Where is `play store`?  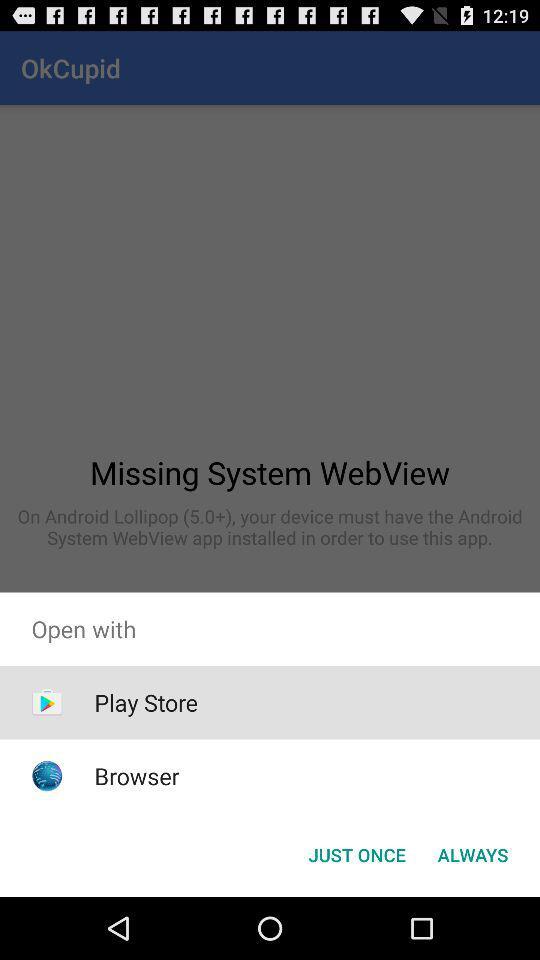 play store is located at coordinates (145, 702).